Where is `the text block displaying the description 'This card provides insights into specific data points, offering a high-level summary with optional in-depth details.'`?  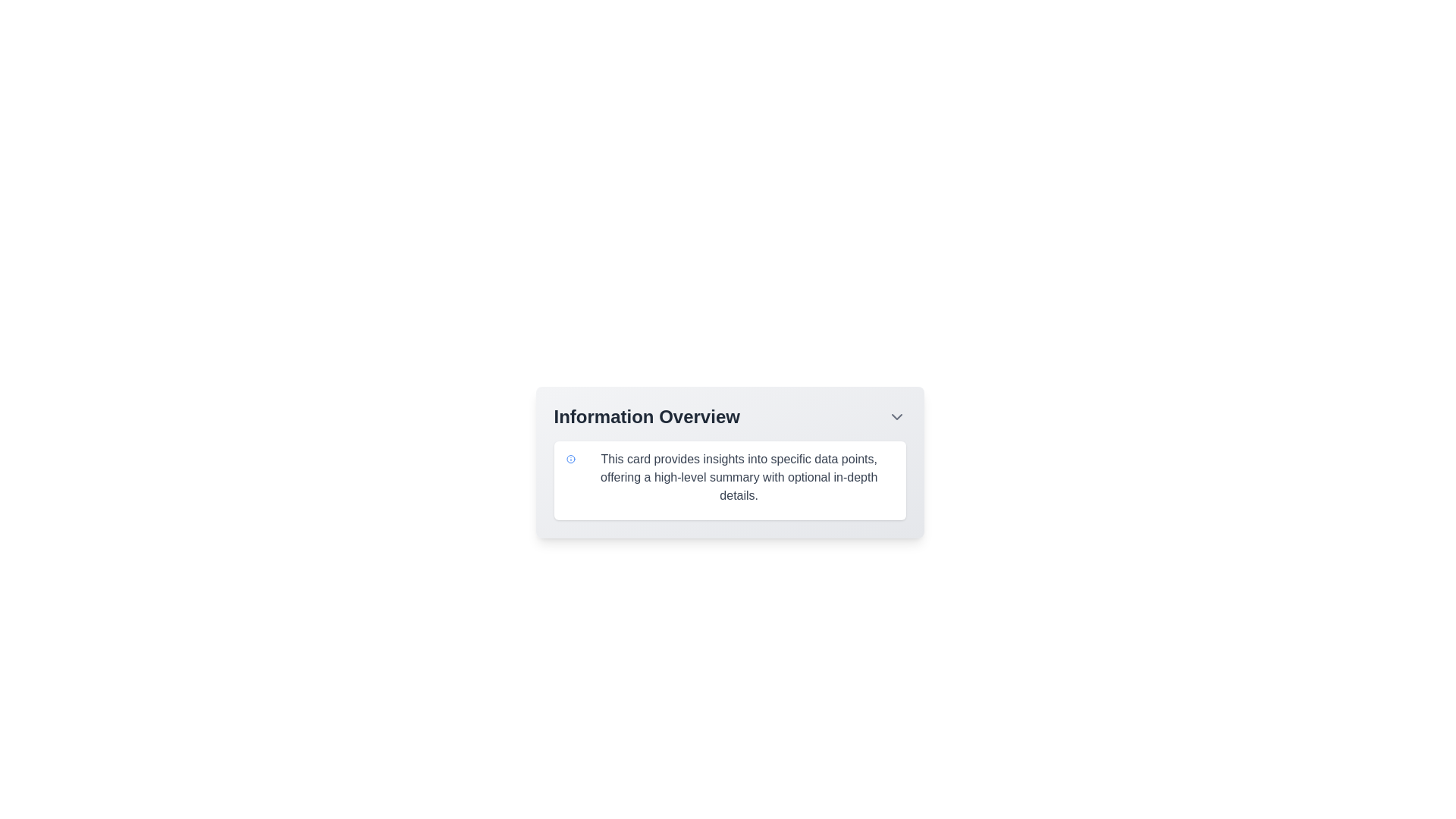
the text block displaying the description 'This card provides insights into specific data points, offering a high-level summary with optional in-depth details.' is located at coordinates (730, 476).